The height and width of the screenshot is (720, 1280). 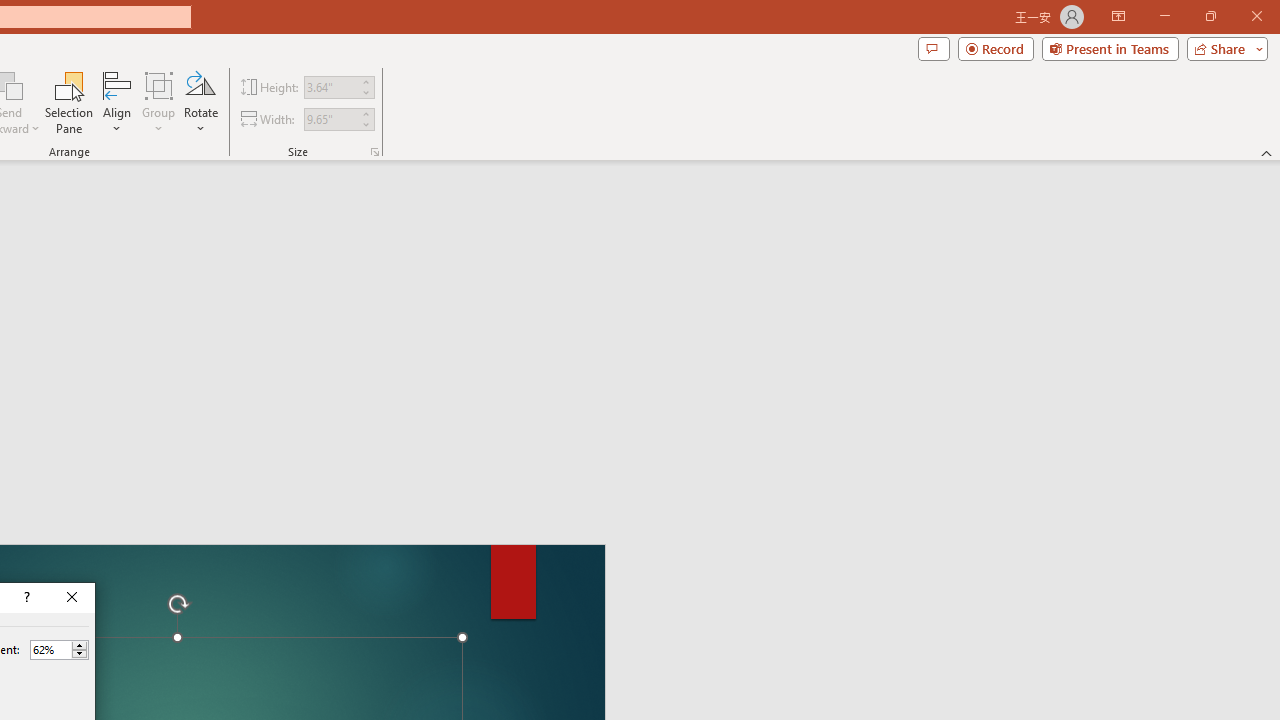 What do you see at coordinates (116, 103) in the screenshot?
I see `'Align'` at bounding box center [116, 103].